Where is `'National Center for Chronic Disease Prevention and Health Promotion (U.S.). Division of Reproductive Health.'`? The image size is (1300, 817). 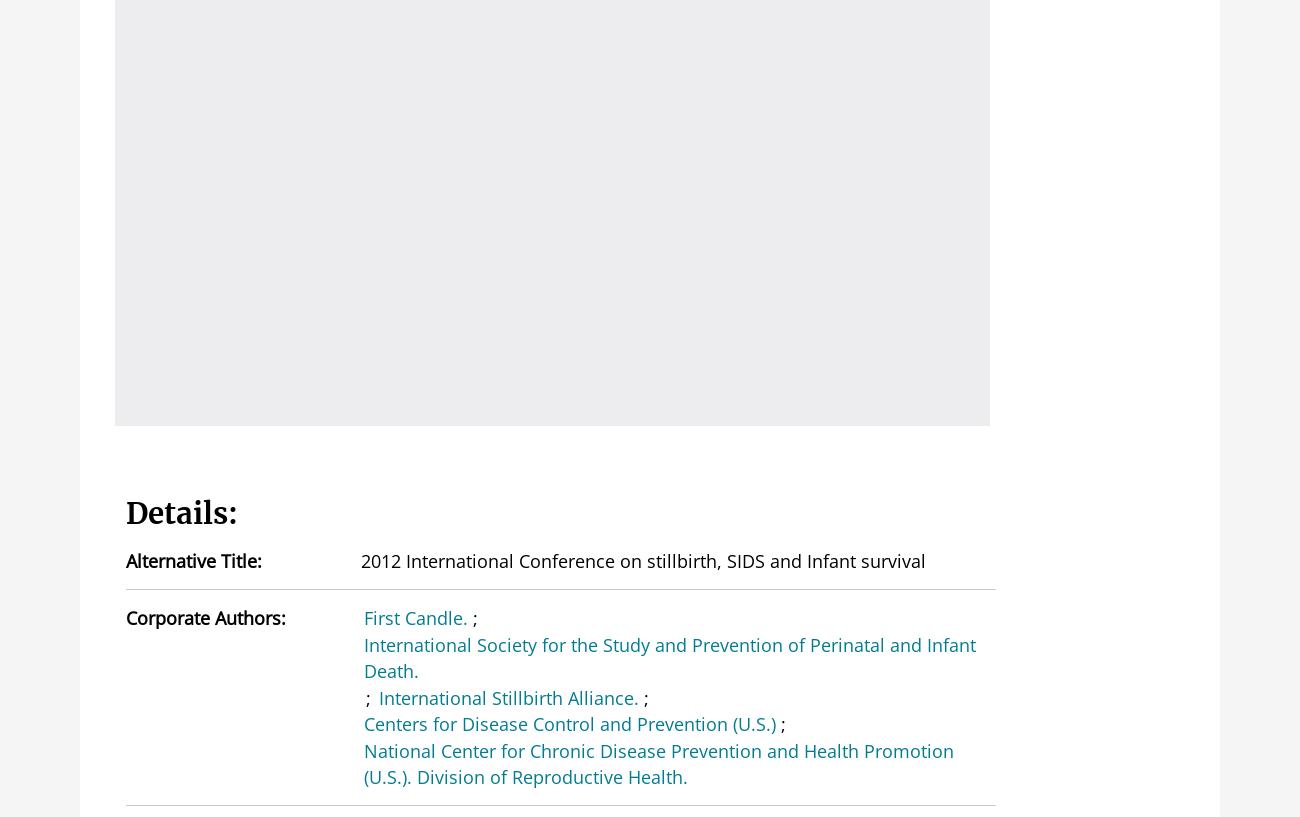
'National Center for Chronic Disease Prevention and Health Promotion (U.S.). Division of Reproductive Health.' is located at coordinates (657, 762).